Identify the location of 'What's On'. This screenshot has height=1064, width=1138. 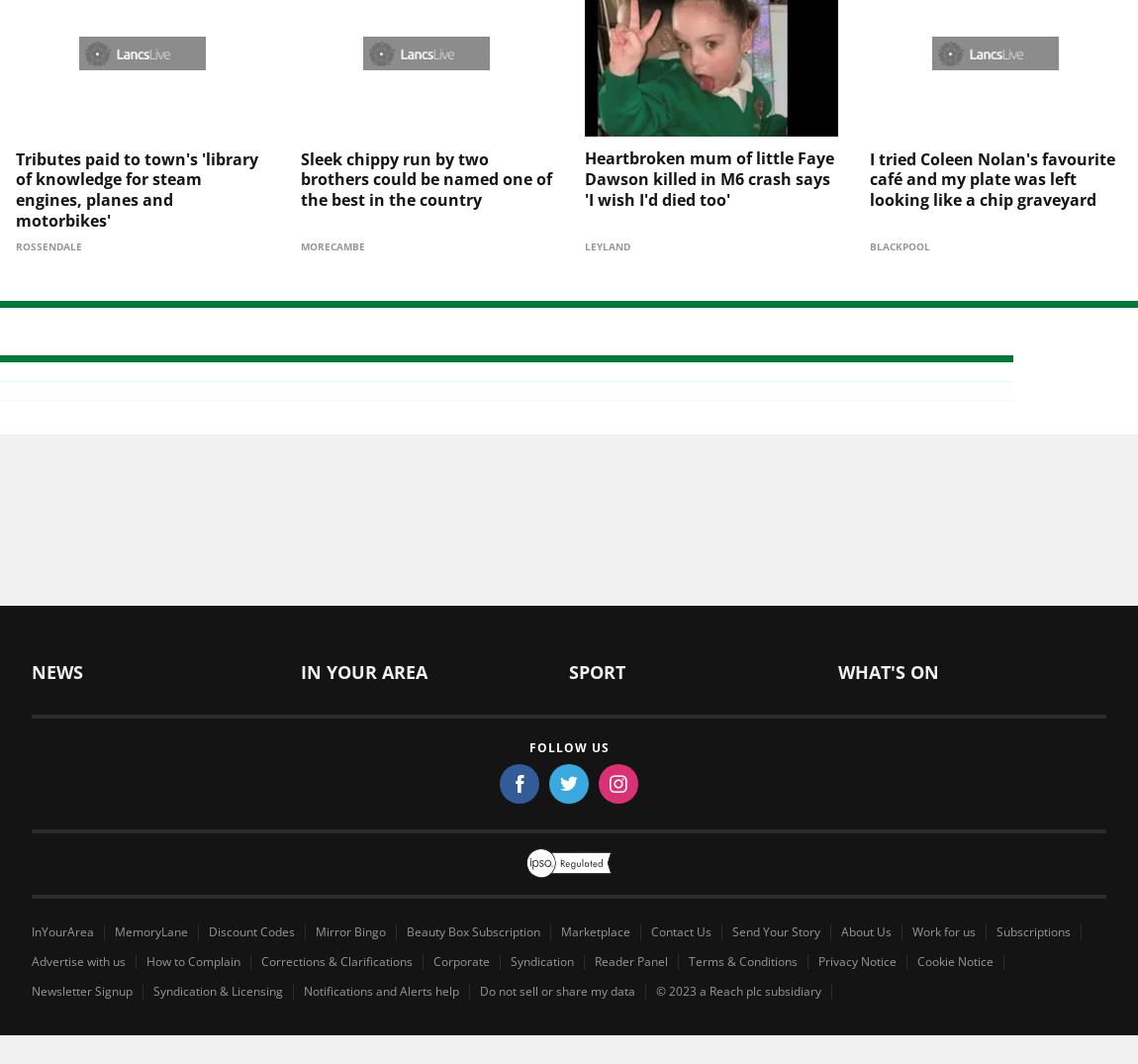
(888, 638).